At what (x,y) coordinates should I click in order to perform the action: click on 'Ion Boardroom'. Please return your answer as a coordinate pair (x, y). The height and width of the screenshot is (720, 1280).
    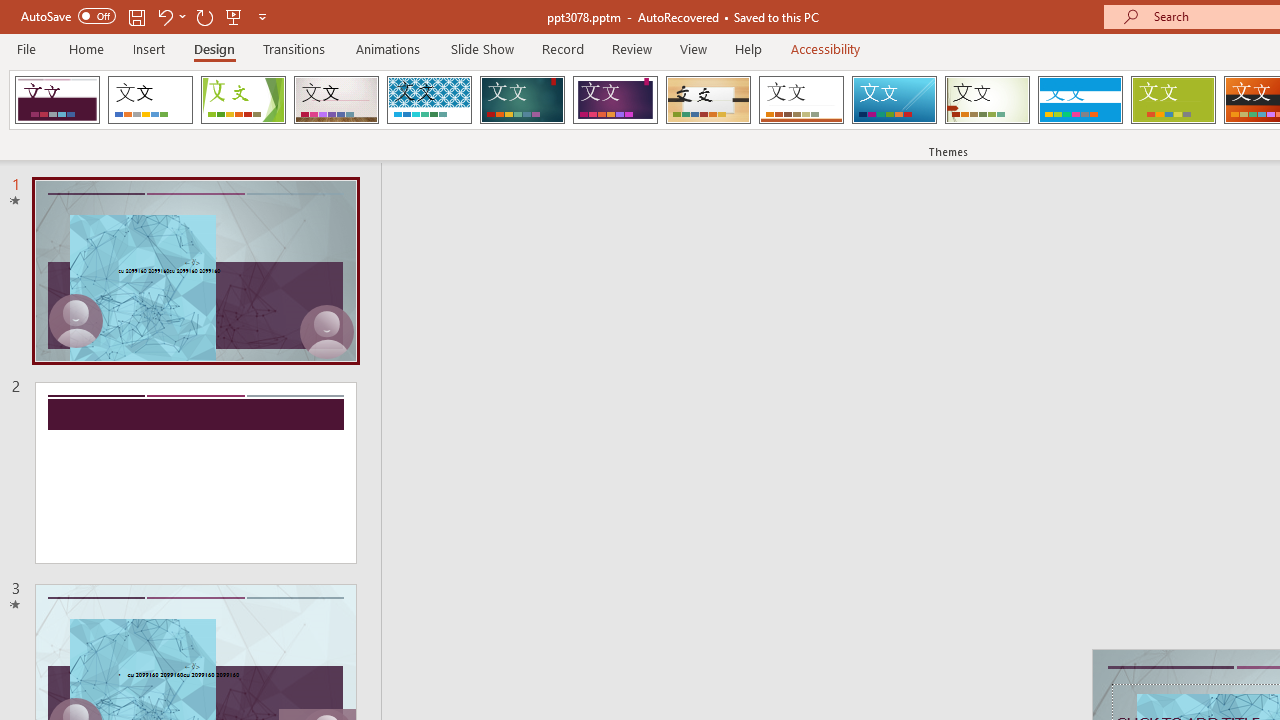
    Looking at the image, I should click on (614, 100).